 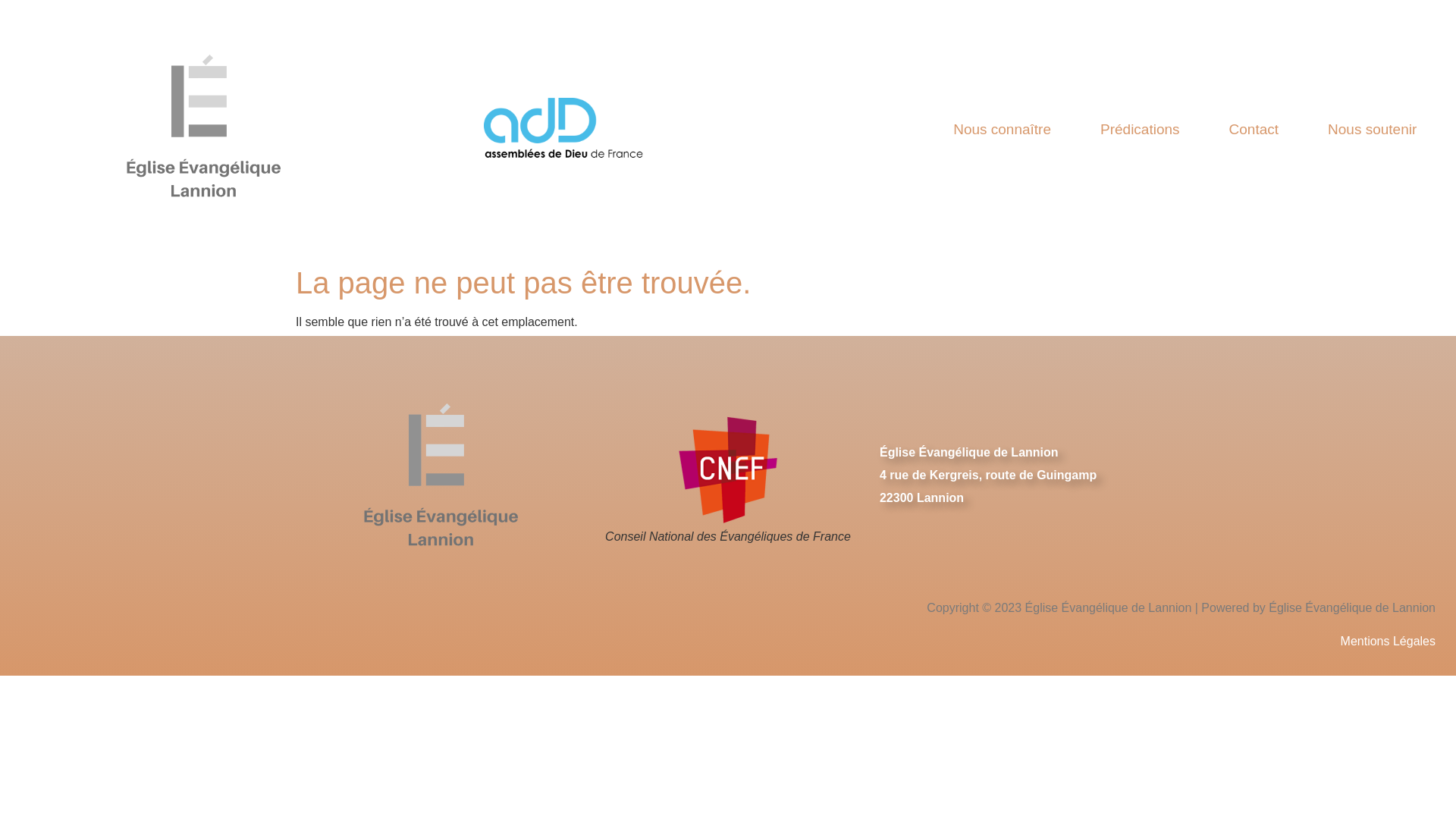 What do you see at coordinates (1372, 127) in the screenshot?
I see `'Nous soutenir'` at bounding box center [1372, 127].